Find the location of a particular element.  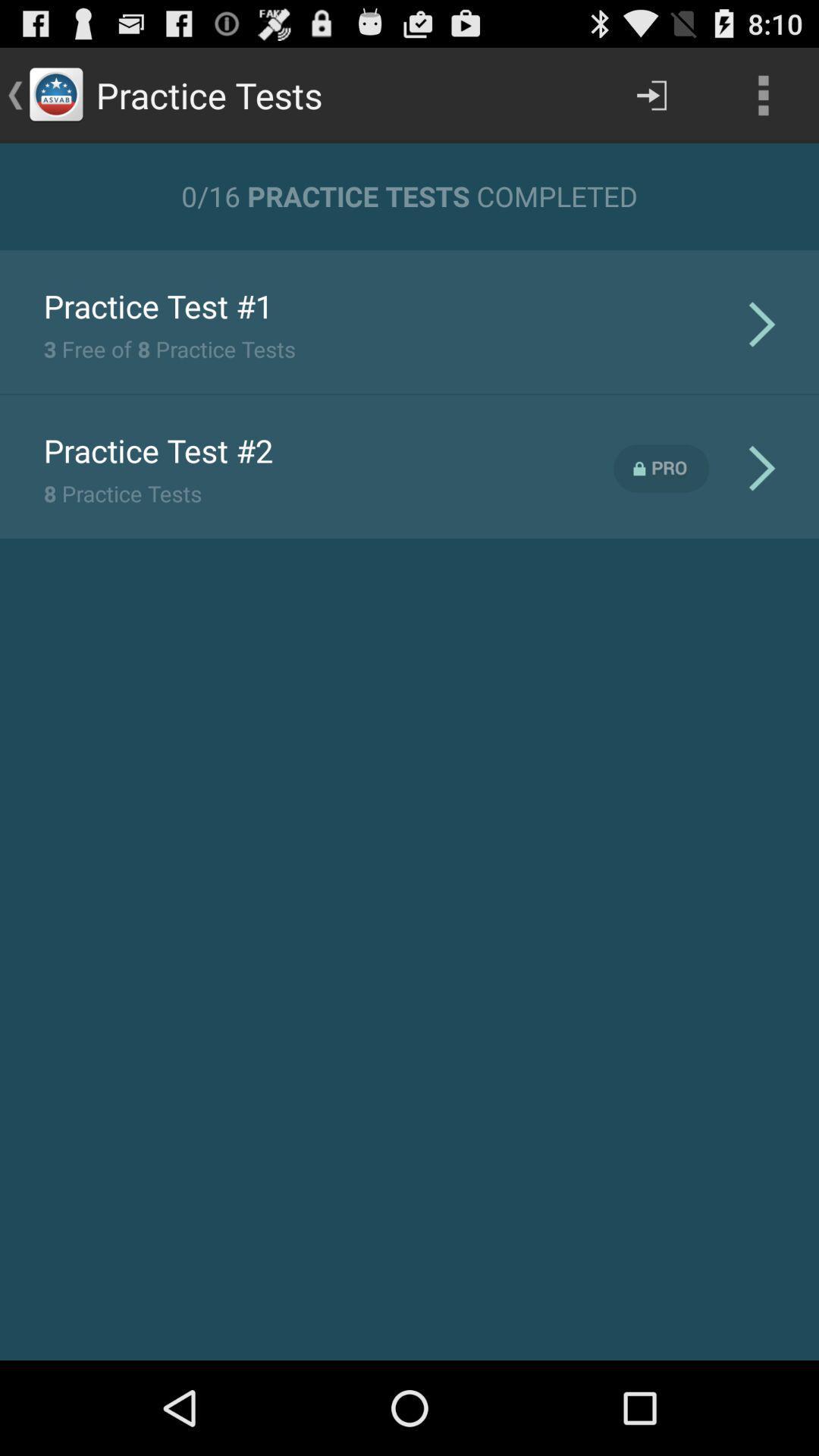

item above practice test #1 is located at coordinates (409, 249).